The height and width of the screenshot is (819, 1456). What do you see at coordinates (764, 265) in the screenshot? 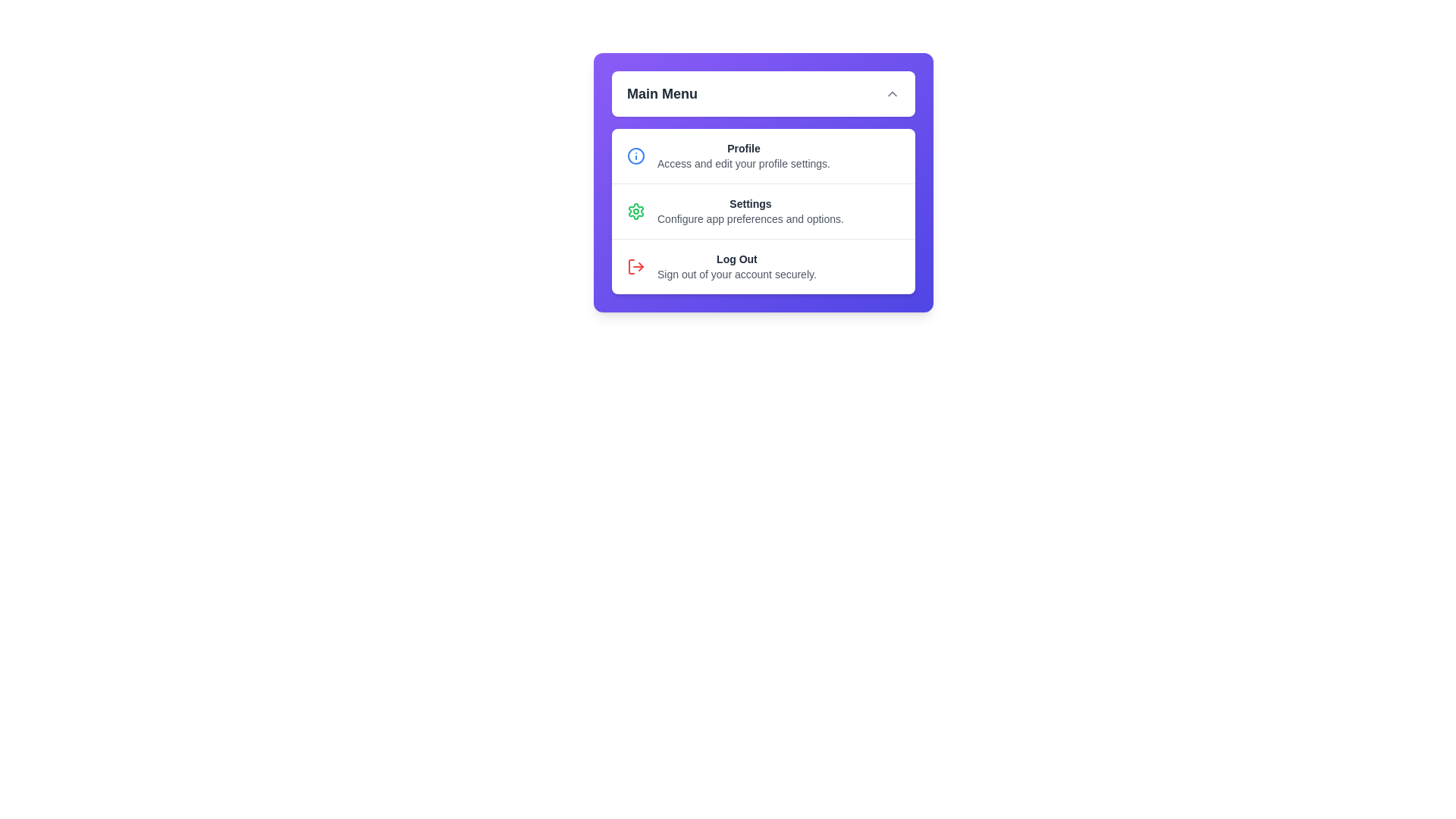
I see `the 'Log Out' option in the menu` at bounding box center [764, 265].